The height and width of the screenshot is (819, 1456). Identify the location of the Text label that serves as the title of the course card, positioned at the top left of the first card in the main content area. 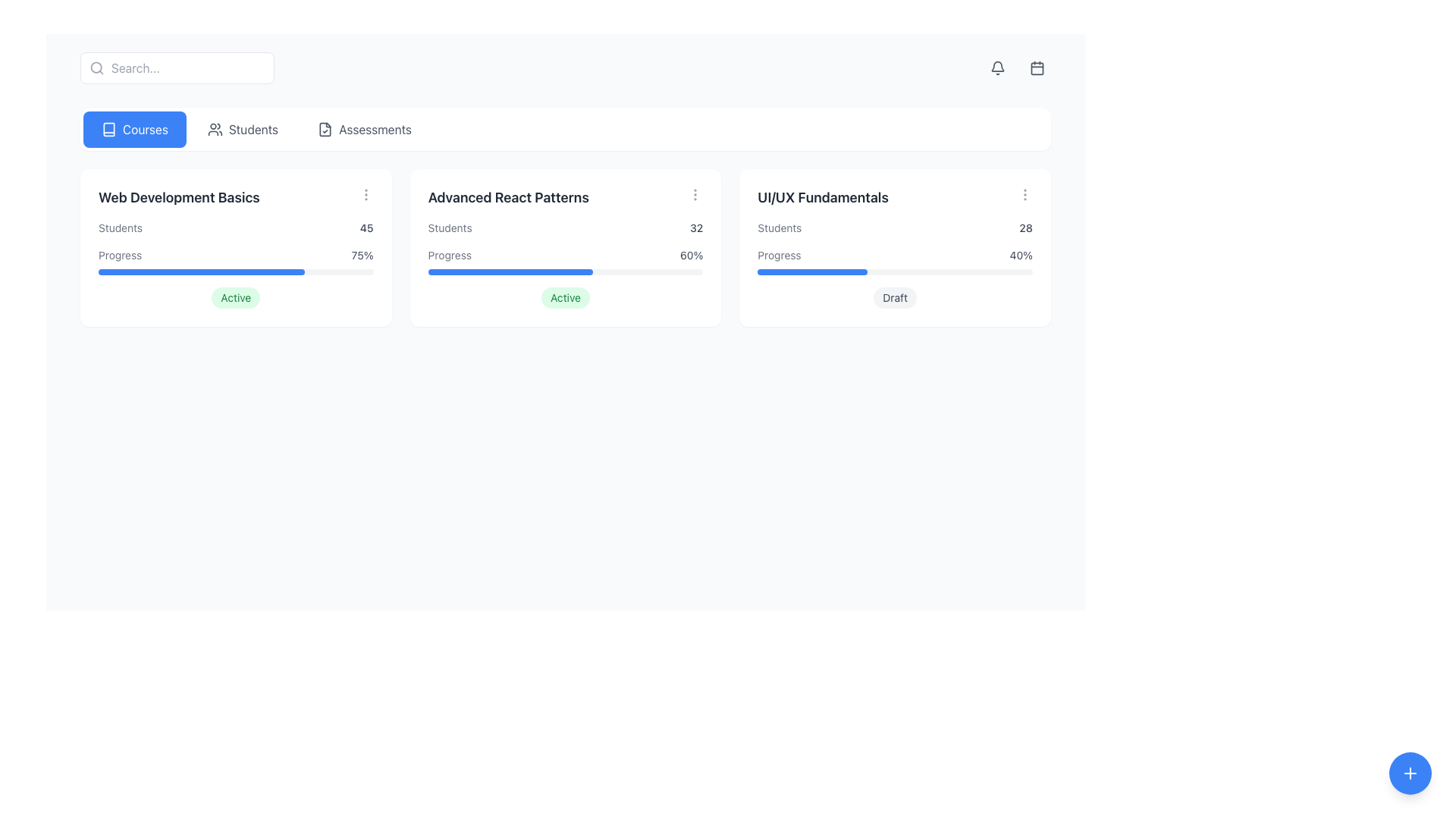
(179, 197).